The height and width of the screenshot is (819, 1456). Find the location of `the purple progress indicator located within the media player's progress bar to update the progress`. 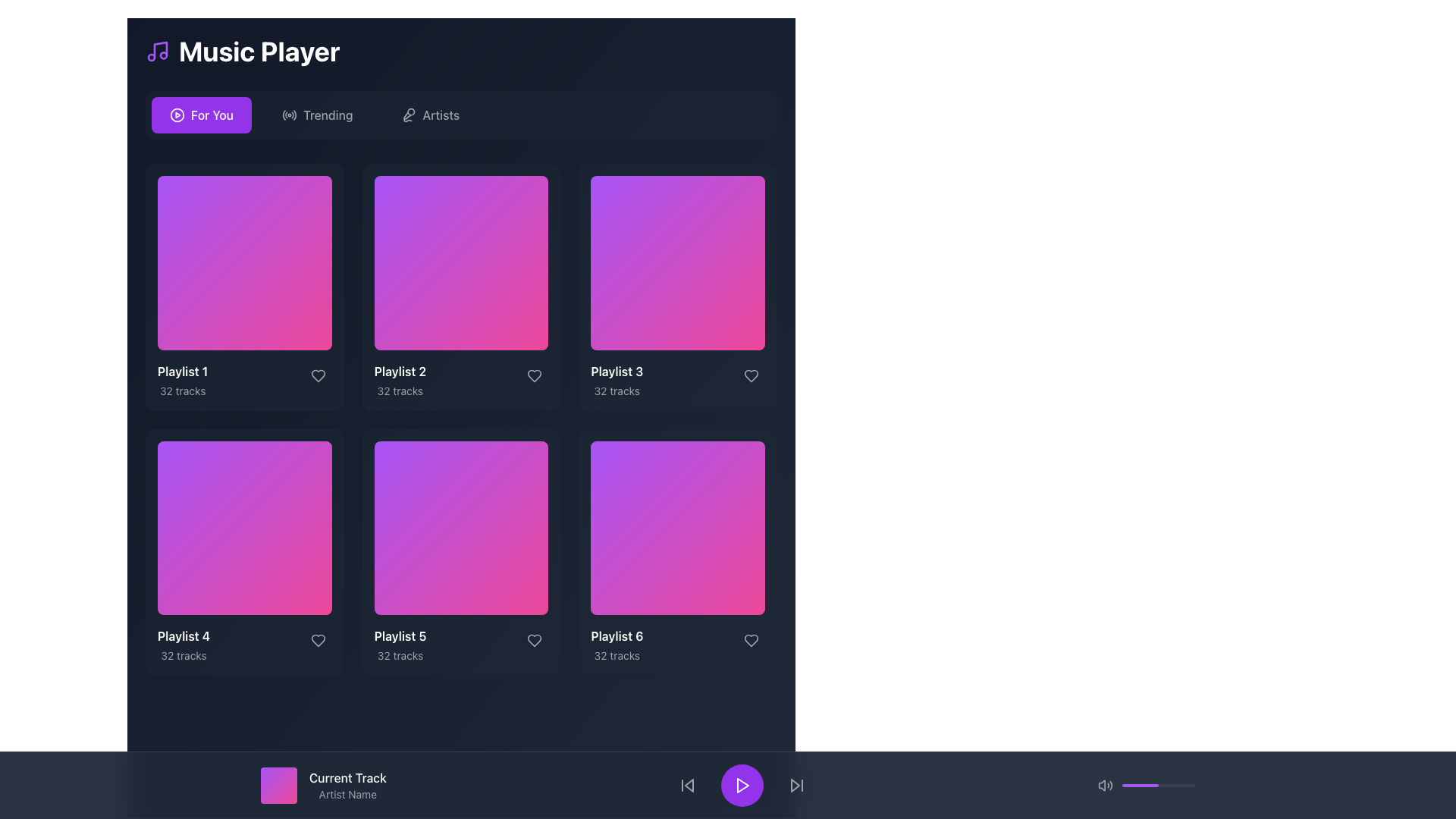

the purple progress indicator located within the media player's progress bar to update the progress is located at coordinates (1140, 785).